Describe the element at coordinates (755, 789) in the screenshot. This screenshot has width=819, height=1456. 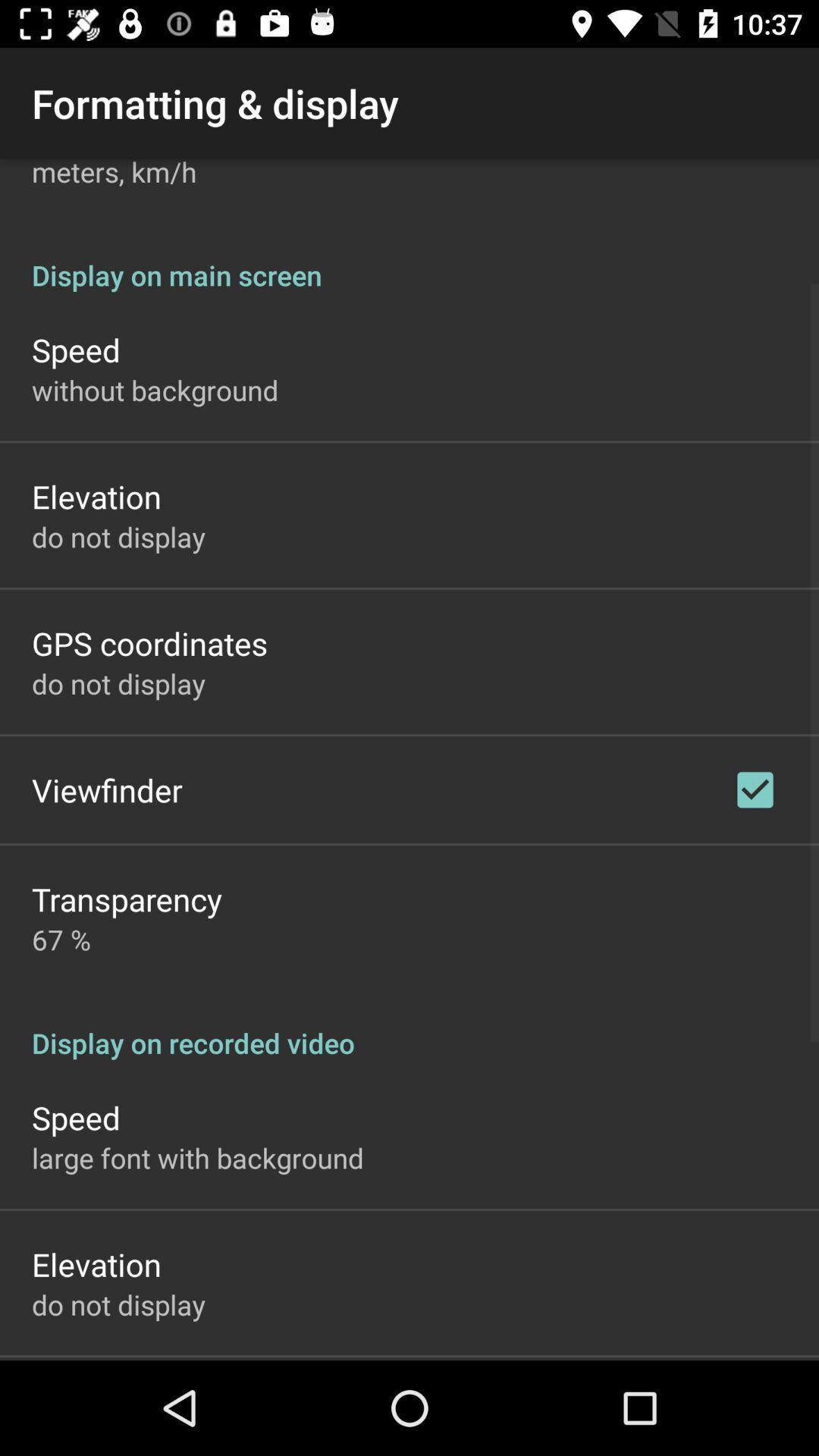
I see `checkbox on the right` at that location.